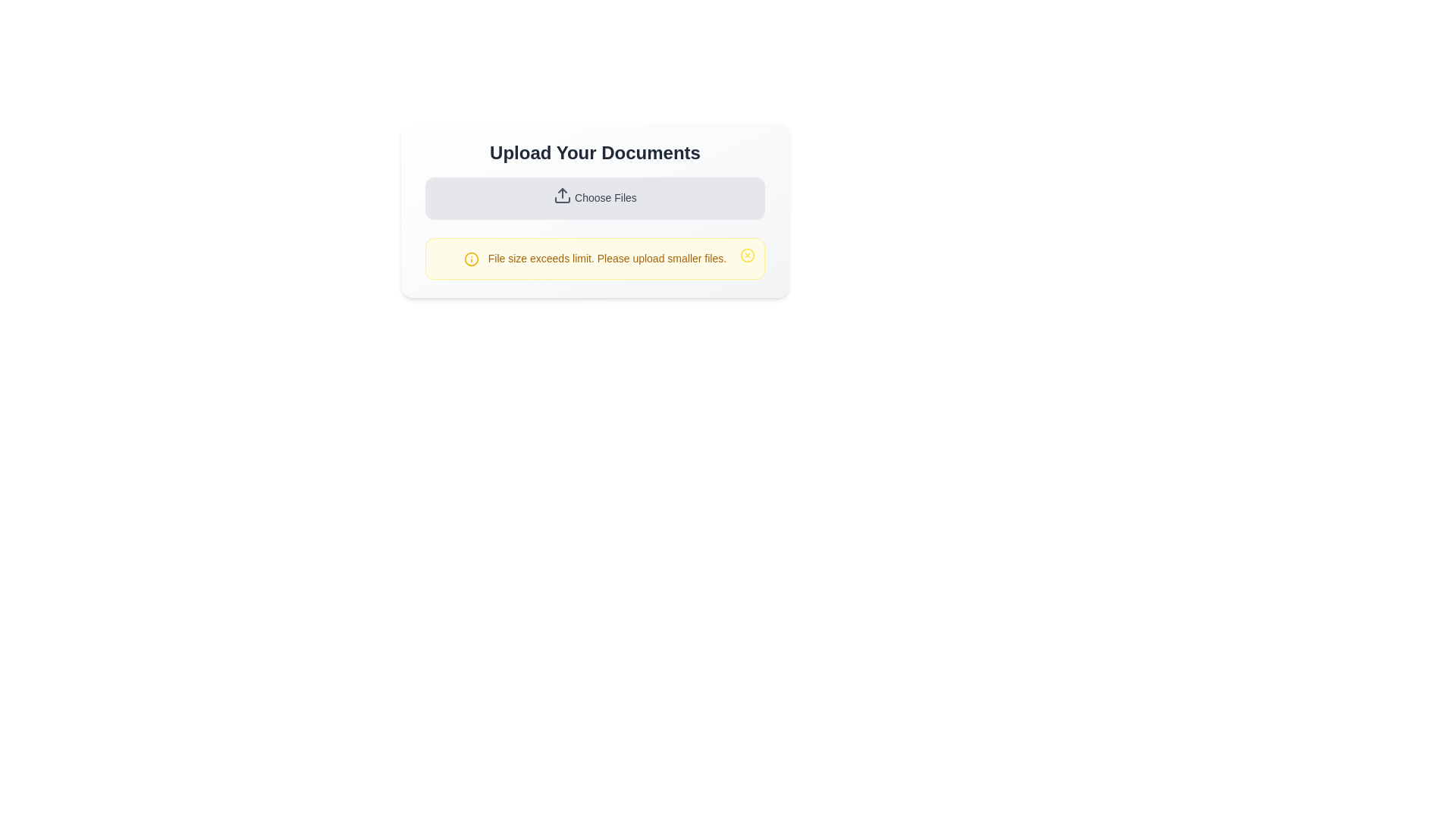 This screenshot has width=1456, height=819. What do you see at coordinates (470, 259) in the screenshot?
I see `informational icon SVG located to the left of the yellow alert message box that reads 'File size exceeds limit. Please upload smaller files.'` at bounding box center [470, 259].